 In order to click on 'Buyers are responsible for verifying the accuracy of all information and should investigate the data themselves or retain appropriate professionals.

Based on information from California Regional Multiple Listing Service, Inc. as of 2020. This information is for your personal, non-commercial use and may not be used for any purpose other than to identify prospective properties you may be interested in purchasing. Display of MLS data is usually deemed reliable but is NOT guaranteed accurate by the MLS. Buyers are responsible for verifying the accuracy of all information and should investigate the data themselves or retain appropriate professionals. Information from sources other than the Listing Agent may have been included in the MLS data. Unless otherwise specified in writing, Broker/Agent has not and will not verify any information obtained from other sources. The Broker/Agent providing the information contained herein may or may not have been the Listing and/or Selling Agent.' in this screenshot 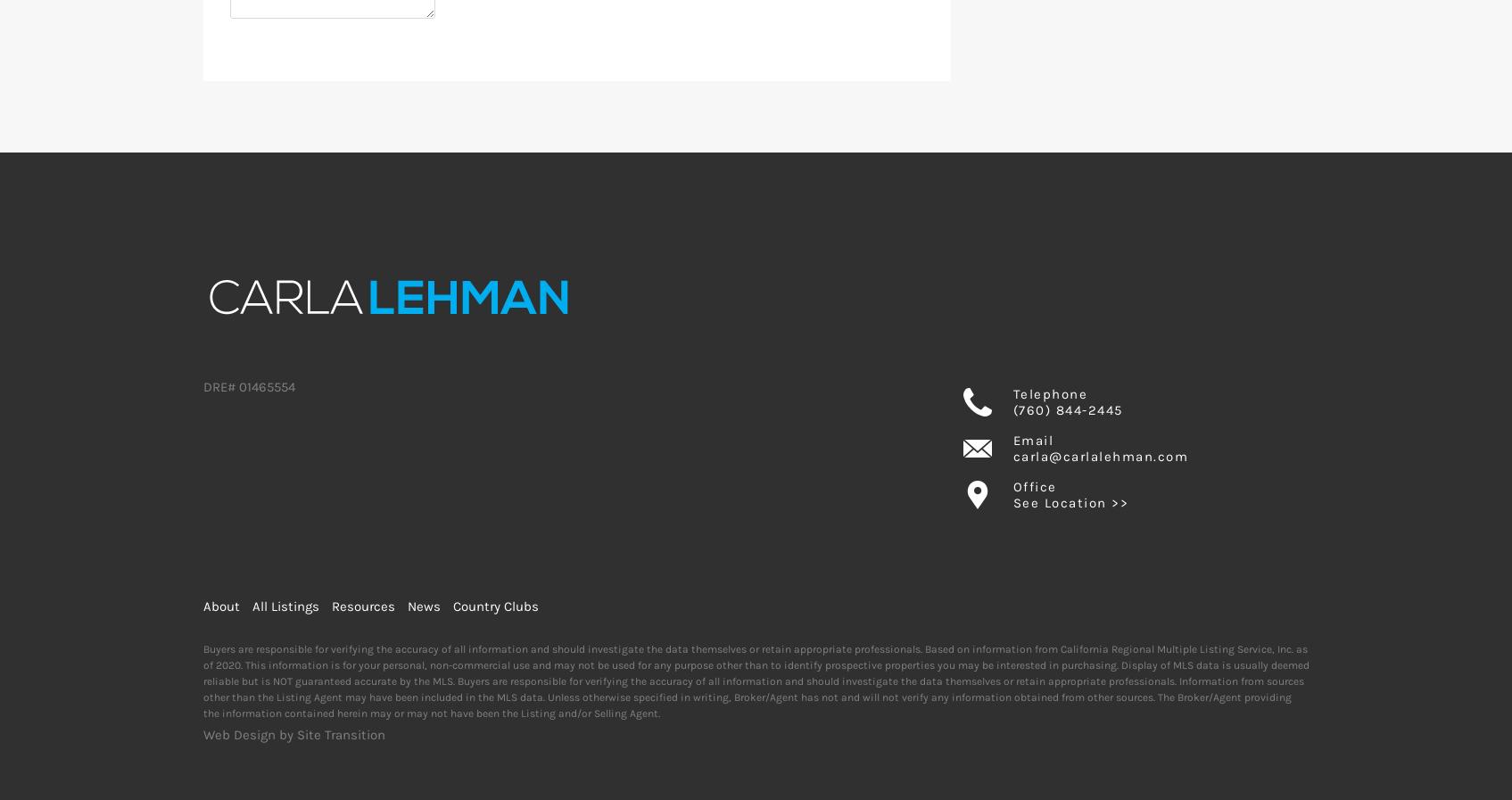, I will do `click(755, 680)`.